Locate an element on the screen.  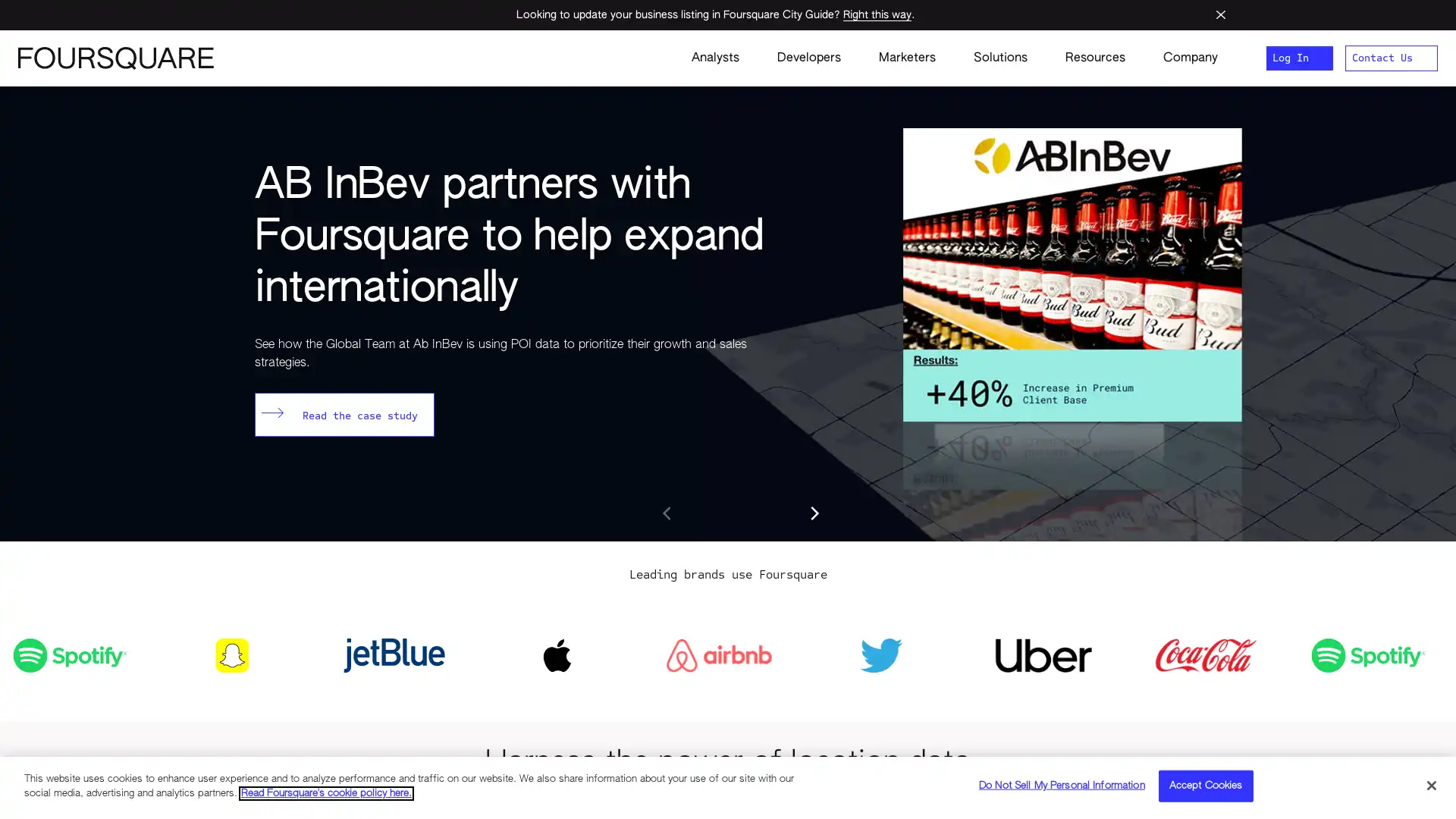
Analysts is located at coordinates (714, 58).